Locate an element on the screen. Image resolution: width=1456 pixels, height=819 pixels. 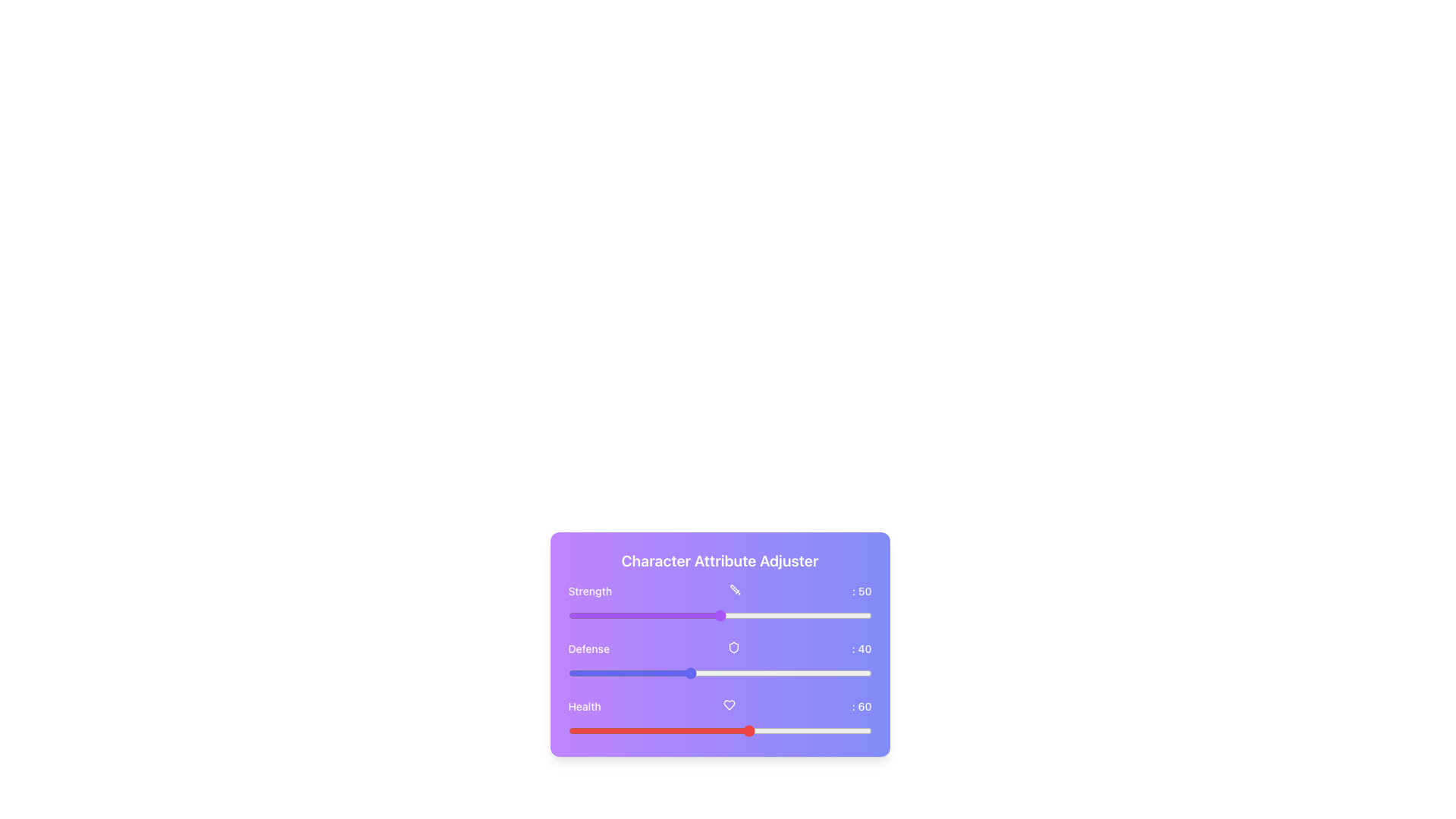
the defense level is located at coordinates (662, 672).